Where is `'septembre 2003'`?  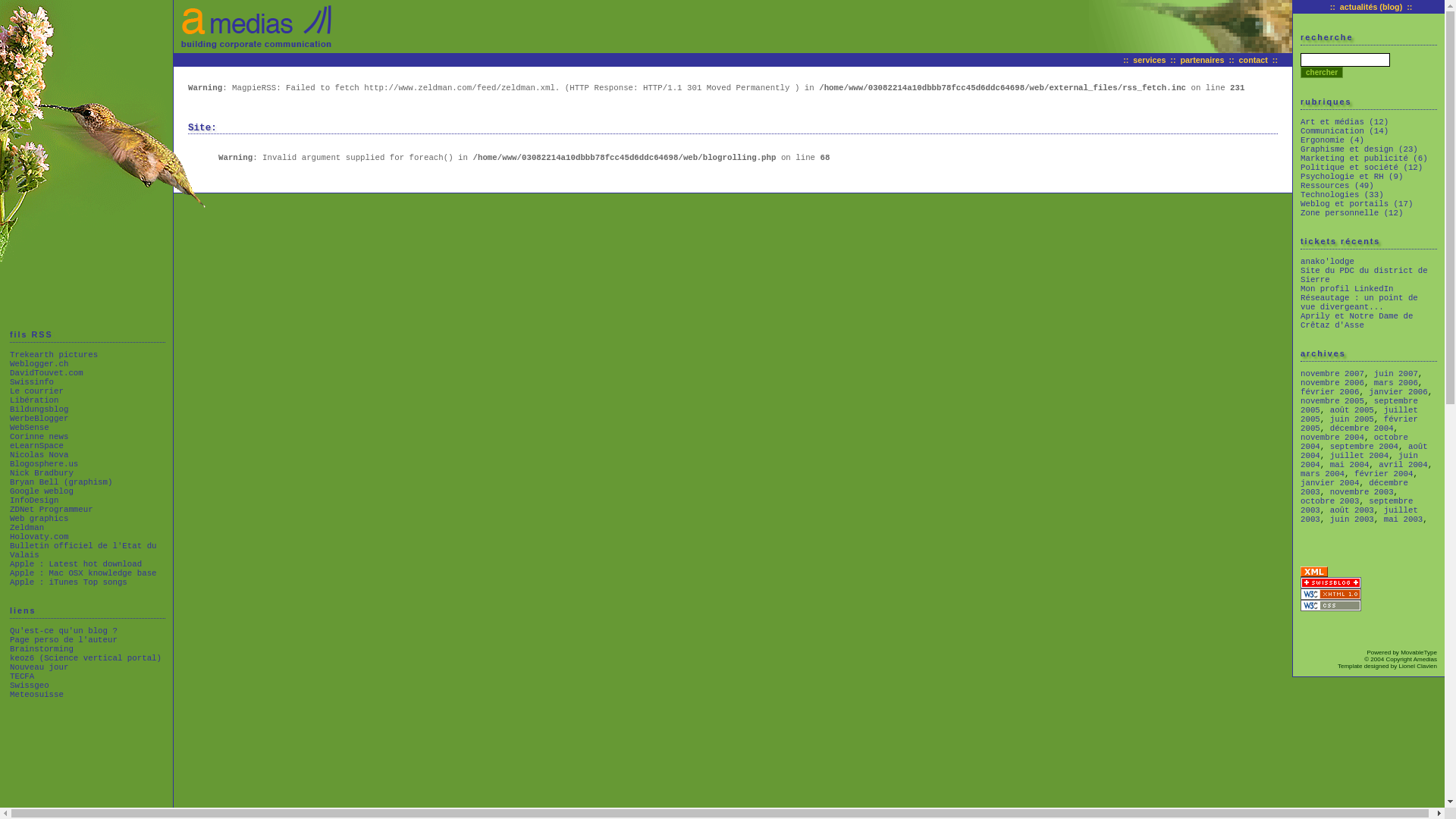 'septembre 2003' is located at coordinates (1299, 506).